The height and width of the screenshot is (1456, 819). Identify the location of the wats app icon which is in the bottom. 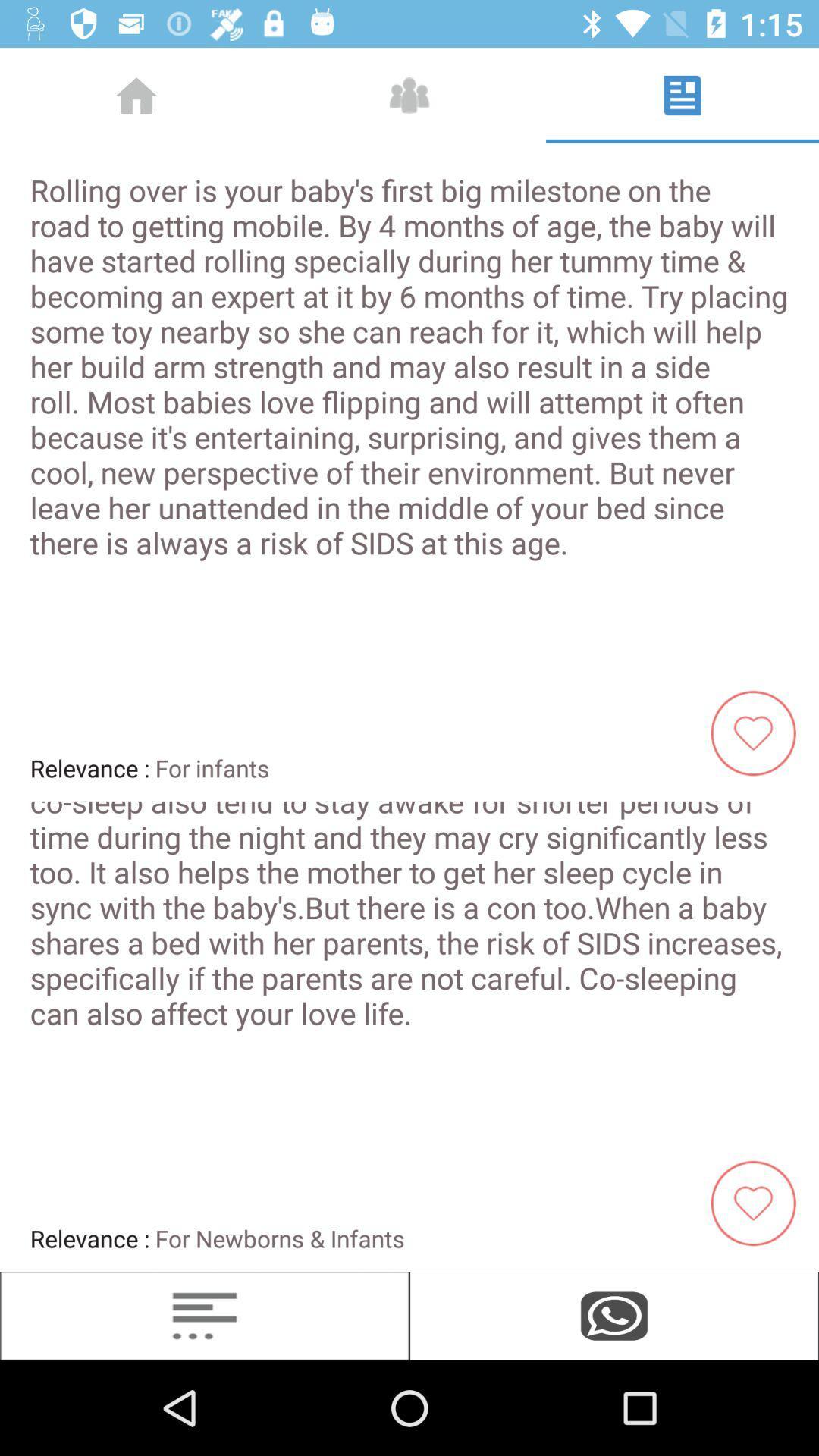
(614, 1315).